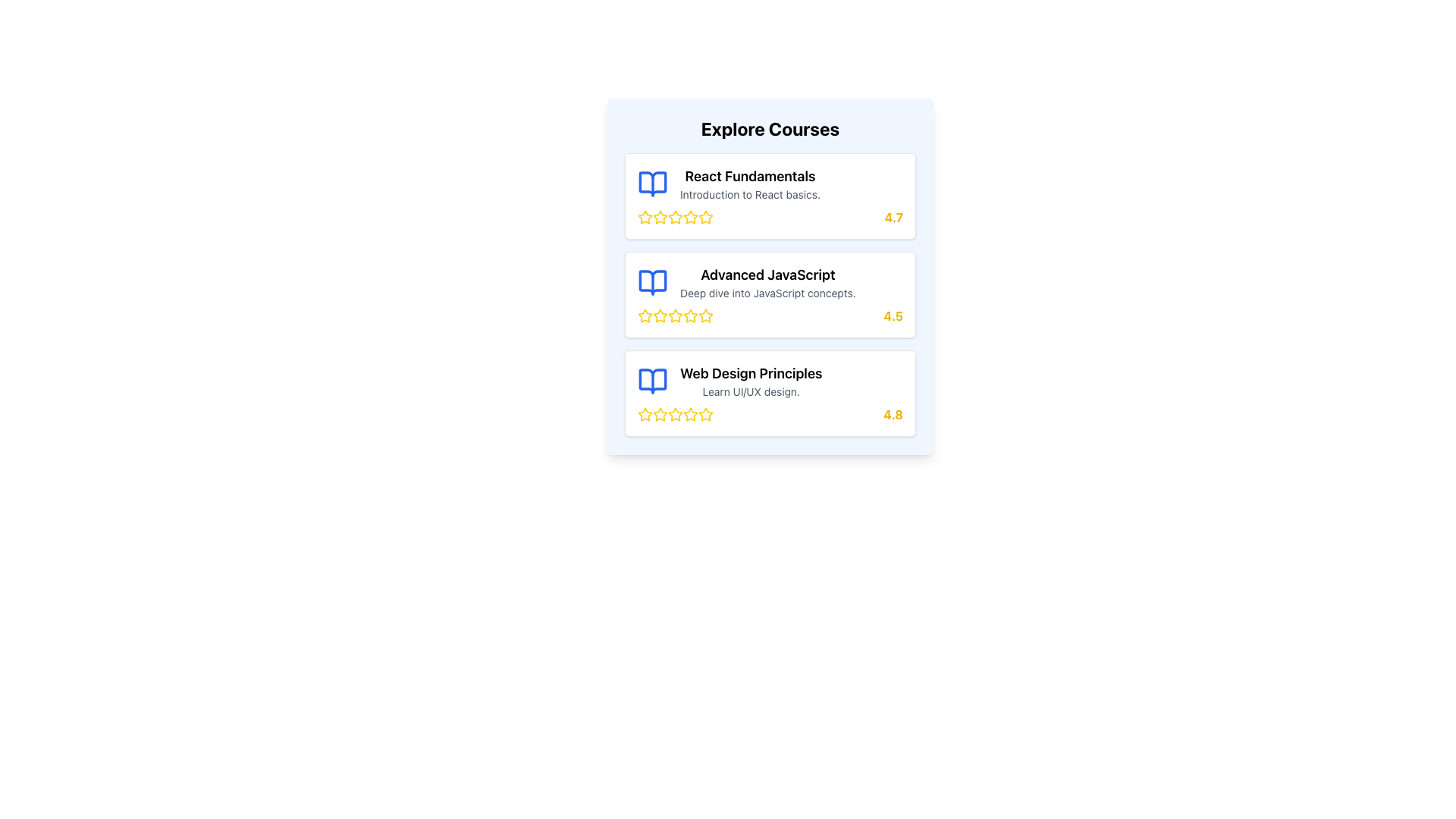  What do you see at coordinates (705, 415) in the screenshot?
I see `the eighth yellow star-shaped icon in the rating system for the 'Web Design Principles' course to interact with it, if it is interactive` at bounding box center [705, 415].